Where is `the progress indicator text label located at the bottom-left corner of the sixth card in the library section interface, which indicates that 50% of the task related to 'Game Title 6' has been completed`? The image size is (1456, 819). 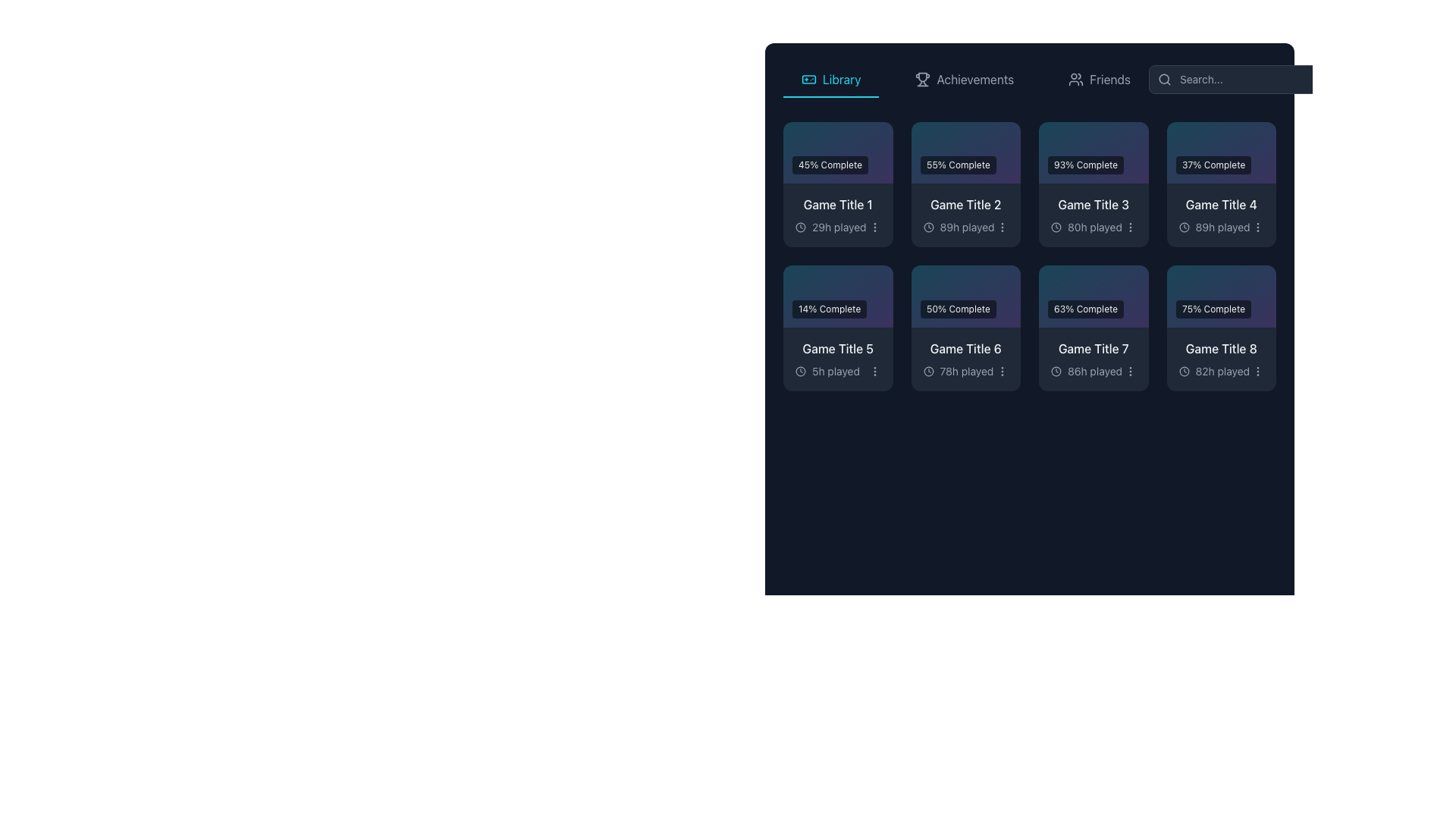 the progress indicator text label located at the bottom-left corner of the sixth card in the library section interface, which indicates that 50% of the task related to 'Game Title 6' has been completed is located at coordinates (957, 308).